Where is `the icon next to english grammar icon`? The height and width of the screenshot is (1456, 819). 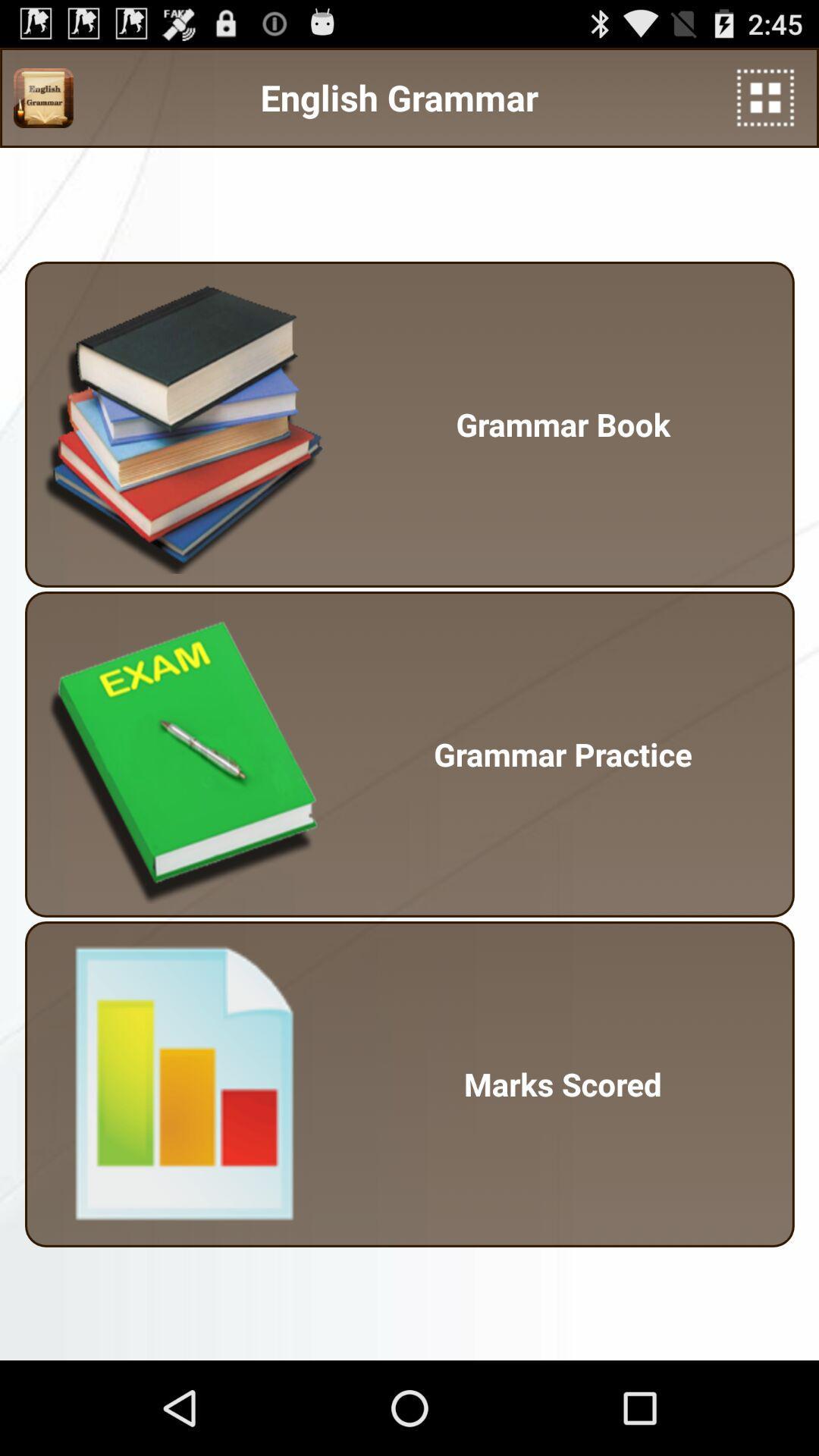
the icon next to english grammar icon is located at coordinates (765, 97).